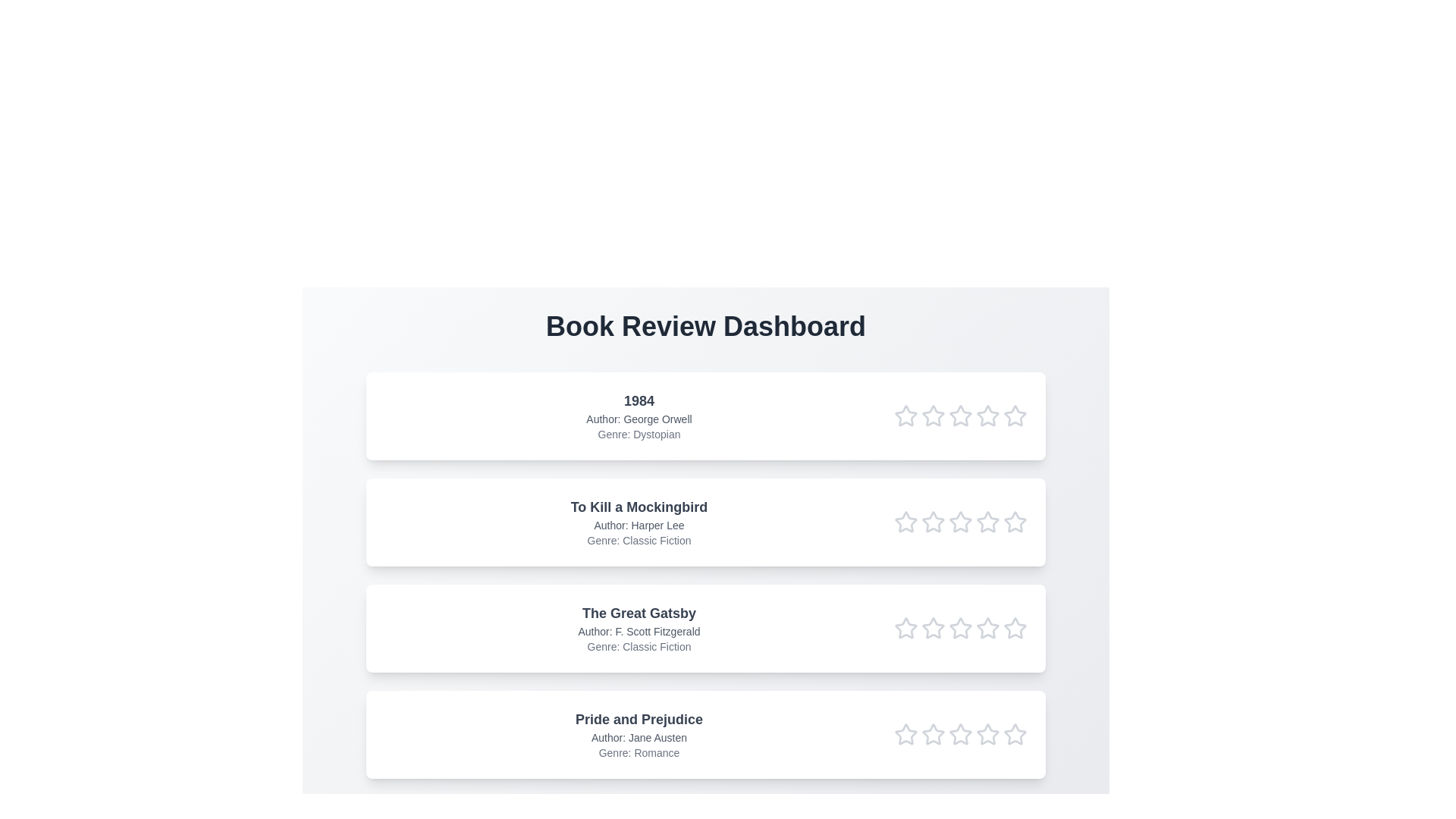  I want to click on the rating of the book 'Pride and Prejudice' to 3 stars by clicking on the respective star, so click(960, 733).